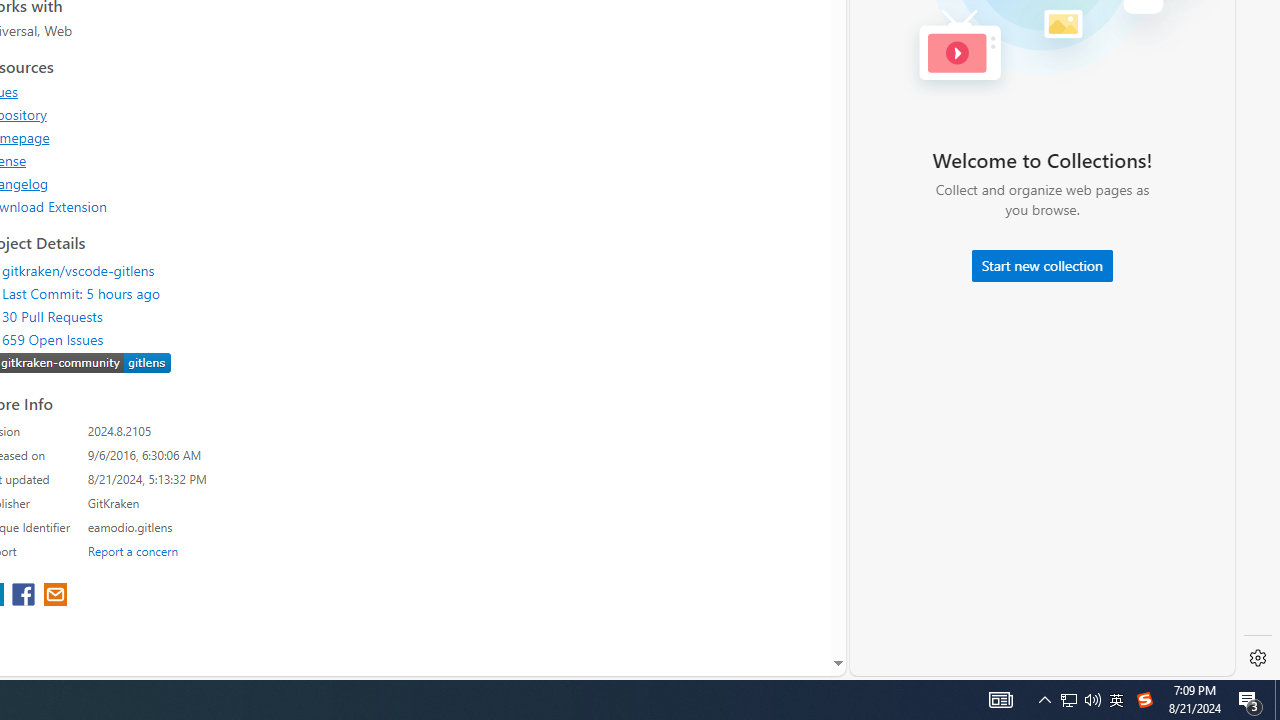  Describe the element at coordinates (132, 550) in the screenshot. I see `'Report a concern'` at that location.